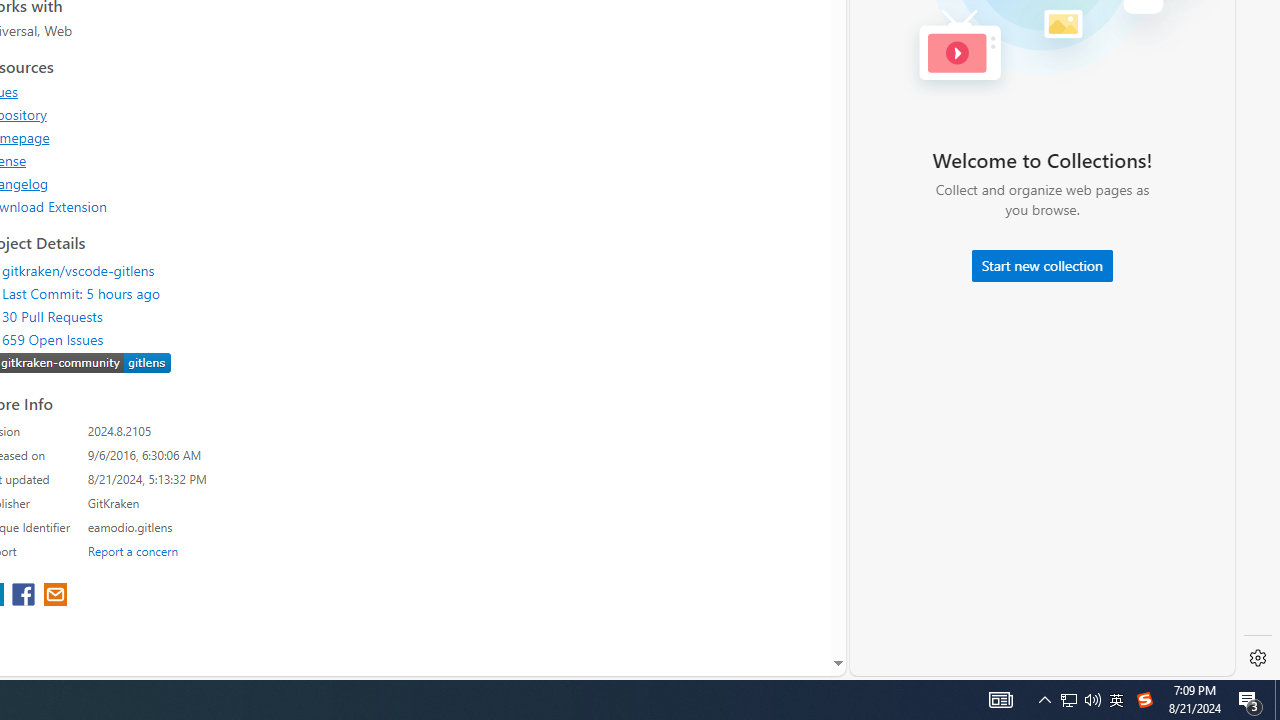  Describe the element at coordinates (132, 550) in the screenshot. I see `'Report a concern'` at that location.